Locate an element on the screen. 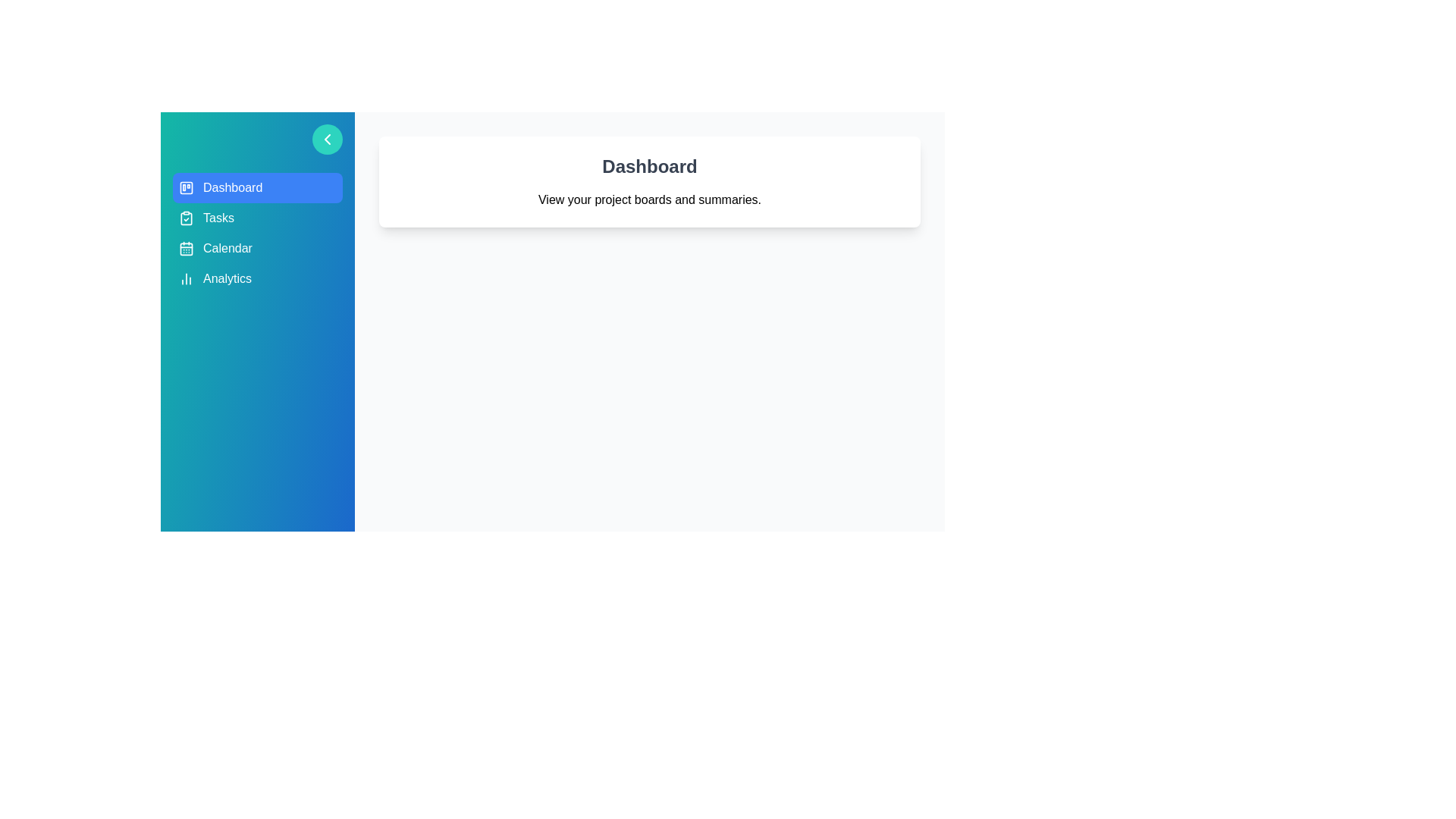  the third item in the Sidebar menu which navigates to the Calendar section is located at coordinates (258, 247).